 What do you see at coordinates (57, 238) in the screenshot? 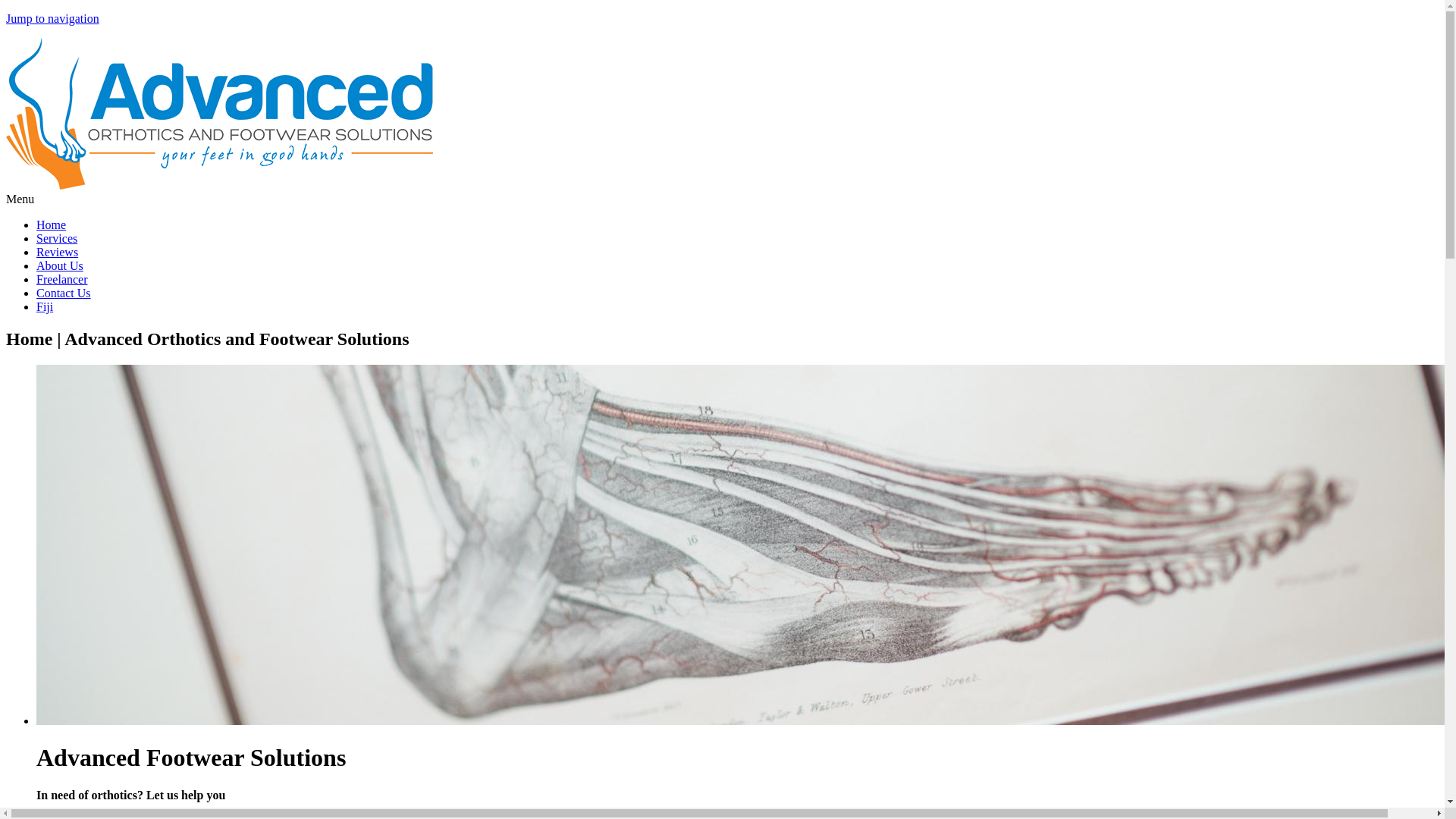
I see `'Services'` at bounding box center [57, 238].